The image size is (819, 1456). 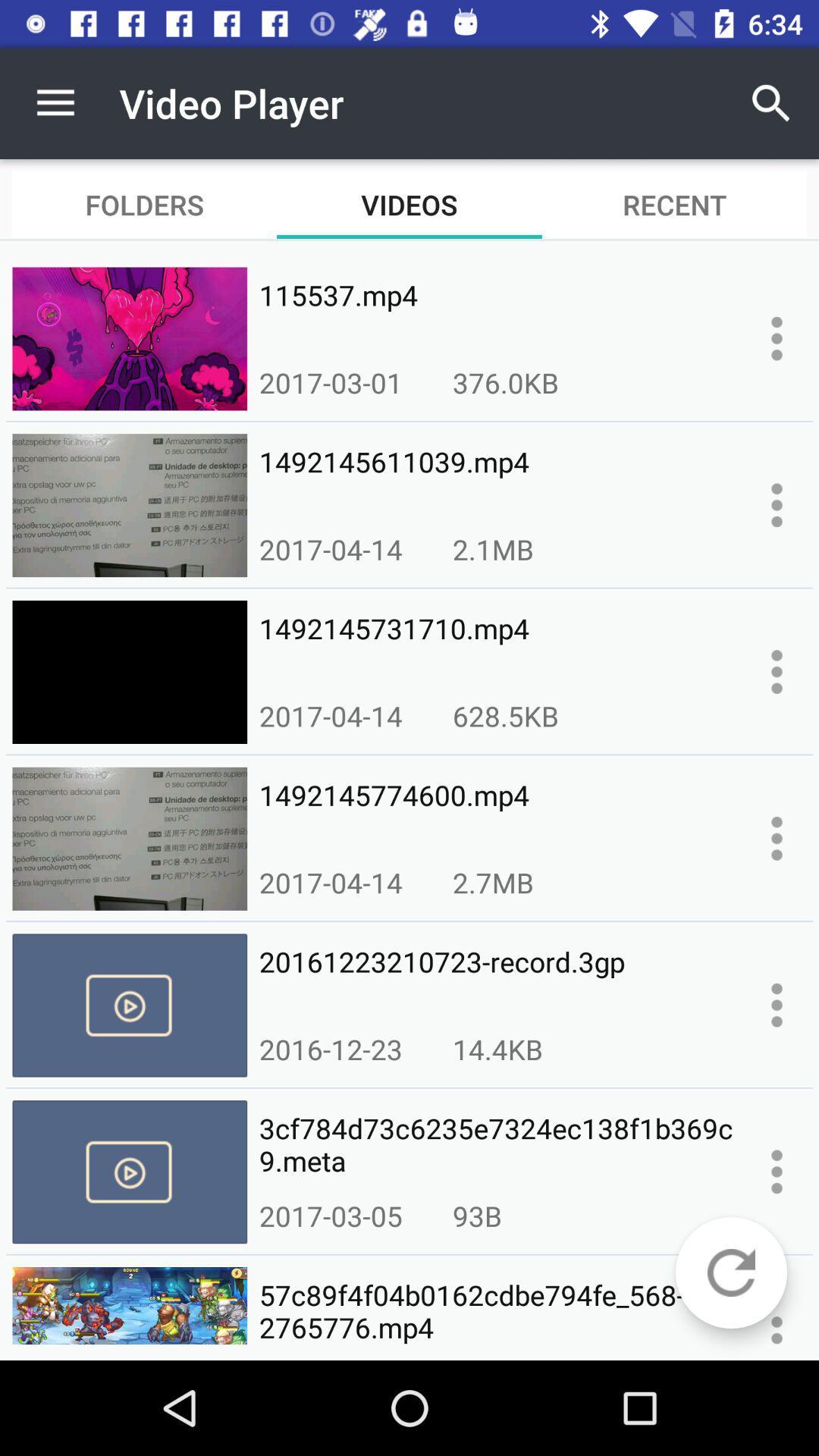 I want to click on refresh page, so click(x=730, y=1272).